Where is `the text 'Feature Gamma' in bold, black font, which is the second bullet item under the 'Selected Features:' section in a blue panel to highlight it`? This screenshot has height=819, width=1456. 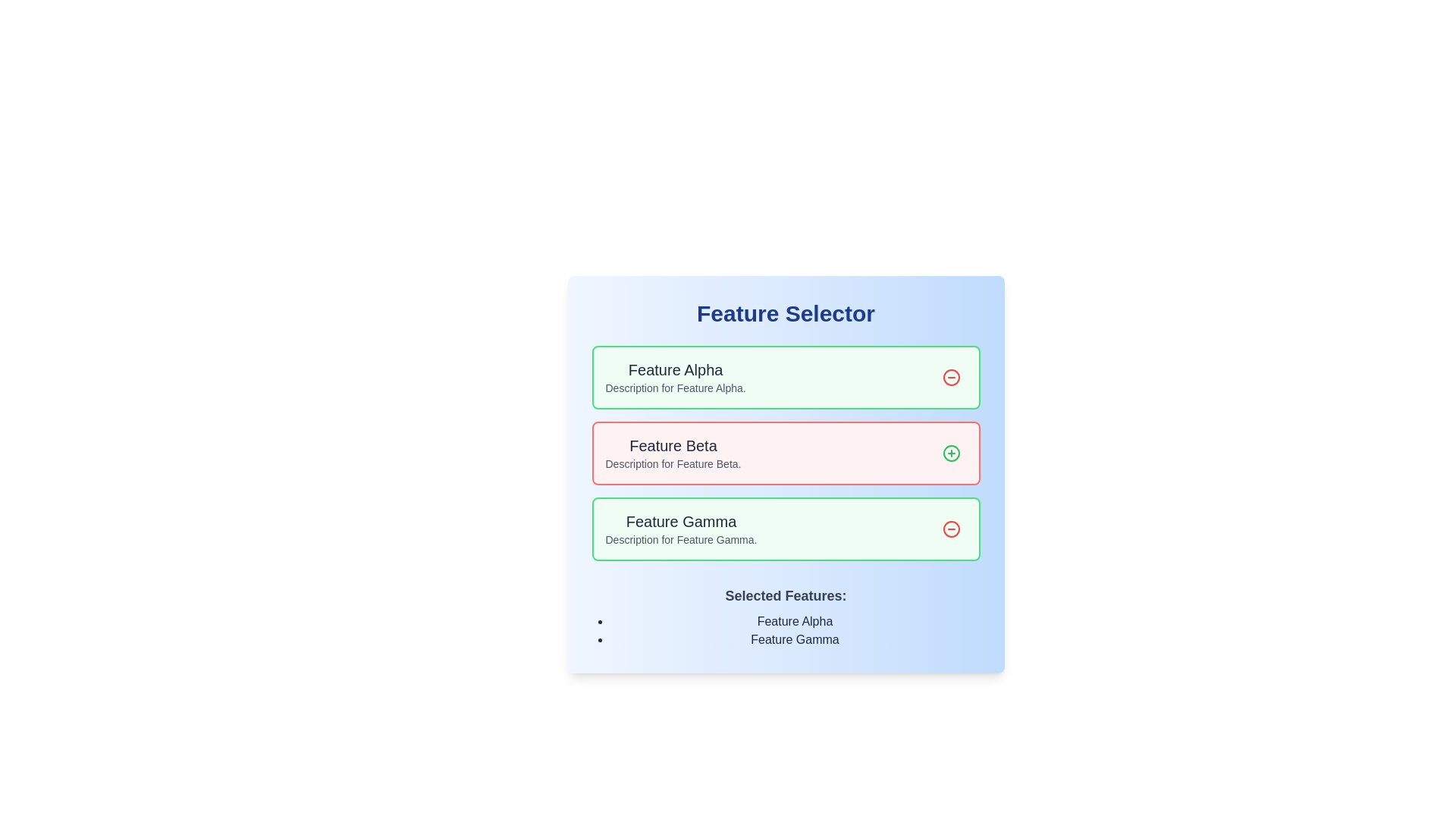 the text 'Feature Gamma' in bold, black font, which is the second bullet item under the 'Selected Features:' section in a blue panel to highlight it is located at coordinates (794, 640).